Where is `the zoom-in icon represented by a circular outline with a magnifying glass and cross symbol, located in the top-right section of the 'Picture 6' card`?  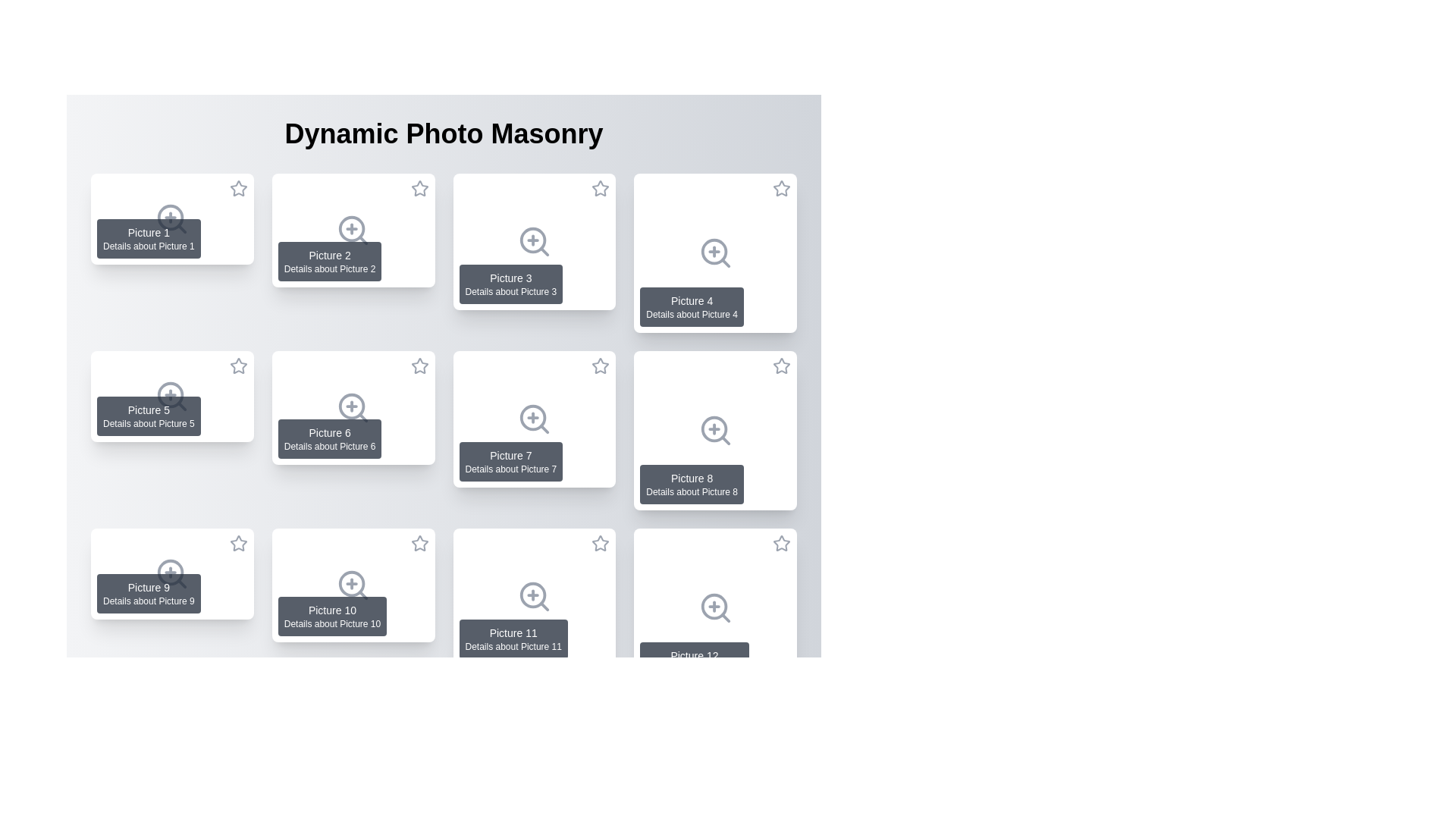
the zoom-in icon represented by a circular outline with a magnifying glass and cross symbol, located in the top-right section of the 'Picture 6' card is located at coordinates (351, 406).